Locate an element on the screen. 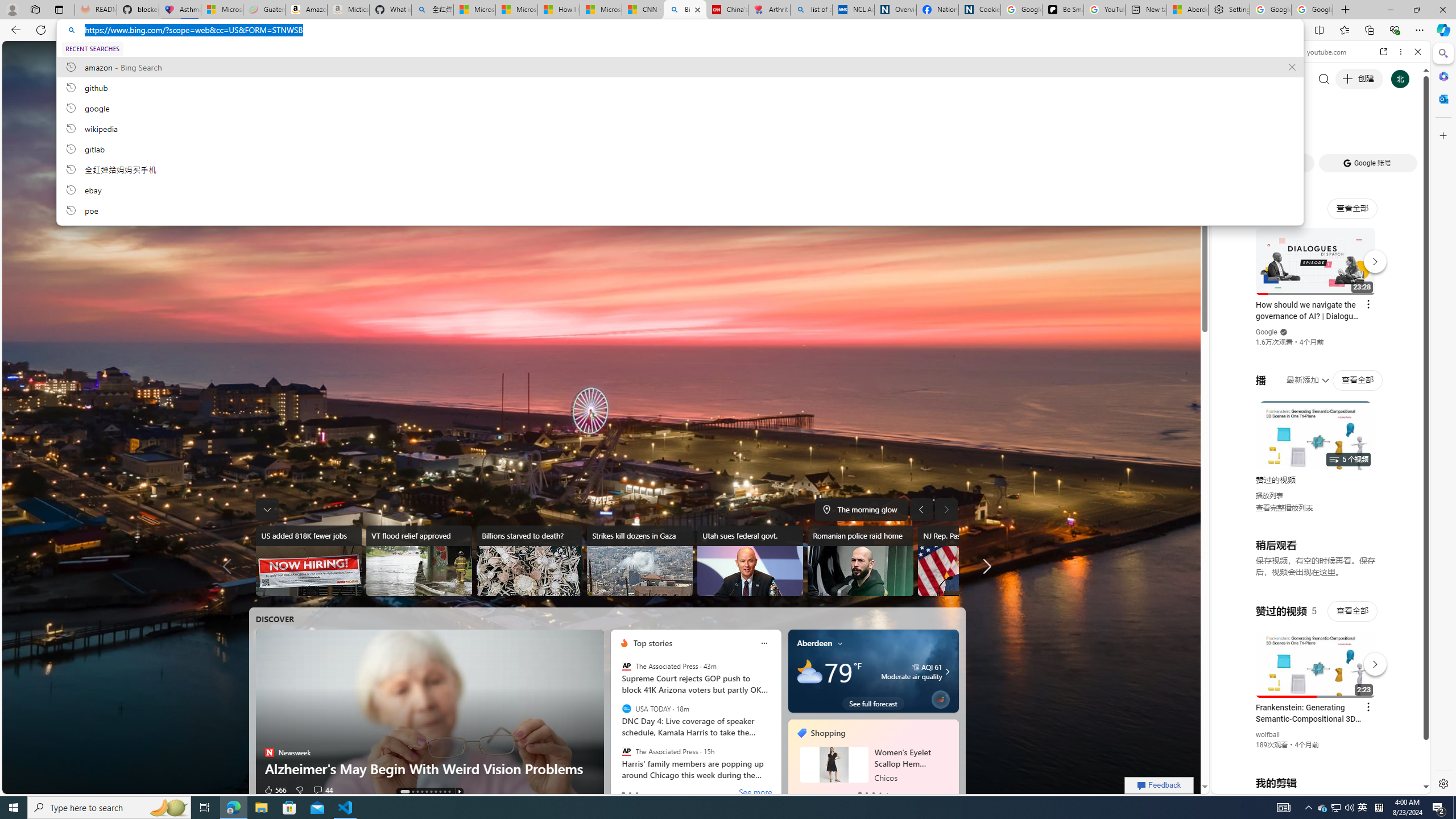  'Close Outlook pane' is located at coordinates (1442, 98).